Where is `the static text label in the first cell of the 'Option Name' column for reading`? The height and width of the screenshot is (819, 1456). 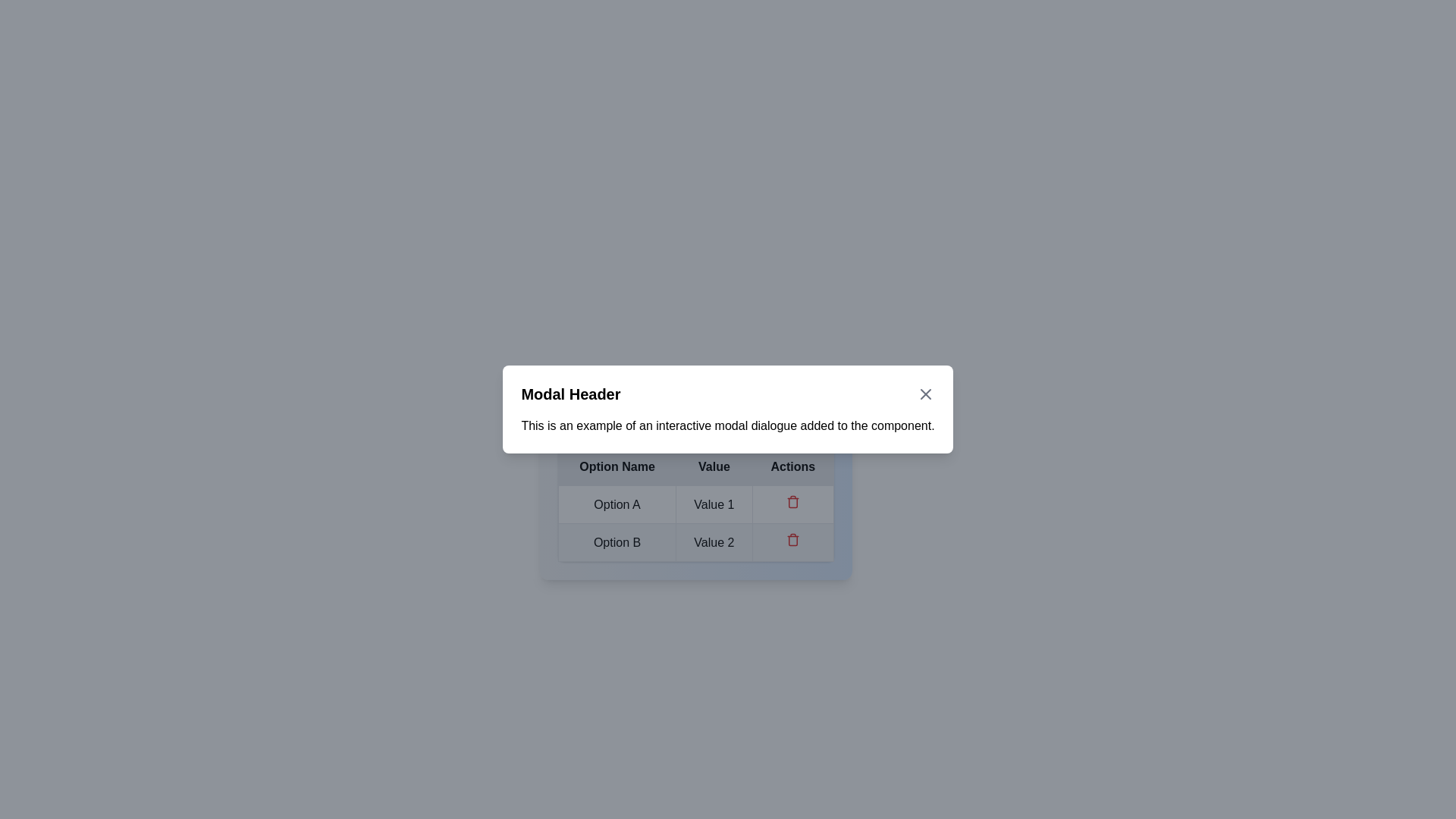 the static text label in the first cell of the 'Option Name' column for reading is located at coordinates (617, 504).